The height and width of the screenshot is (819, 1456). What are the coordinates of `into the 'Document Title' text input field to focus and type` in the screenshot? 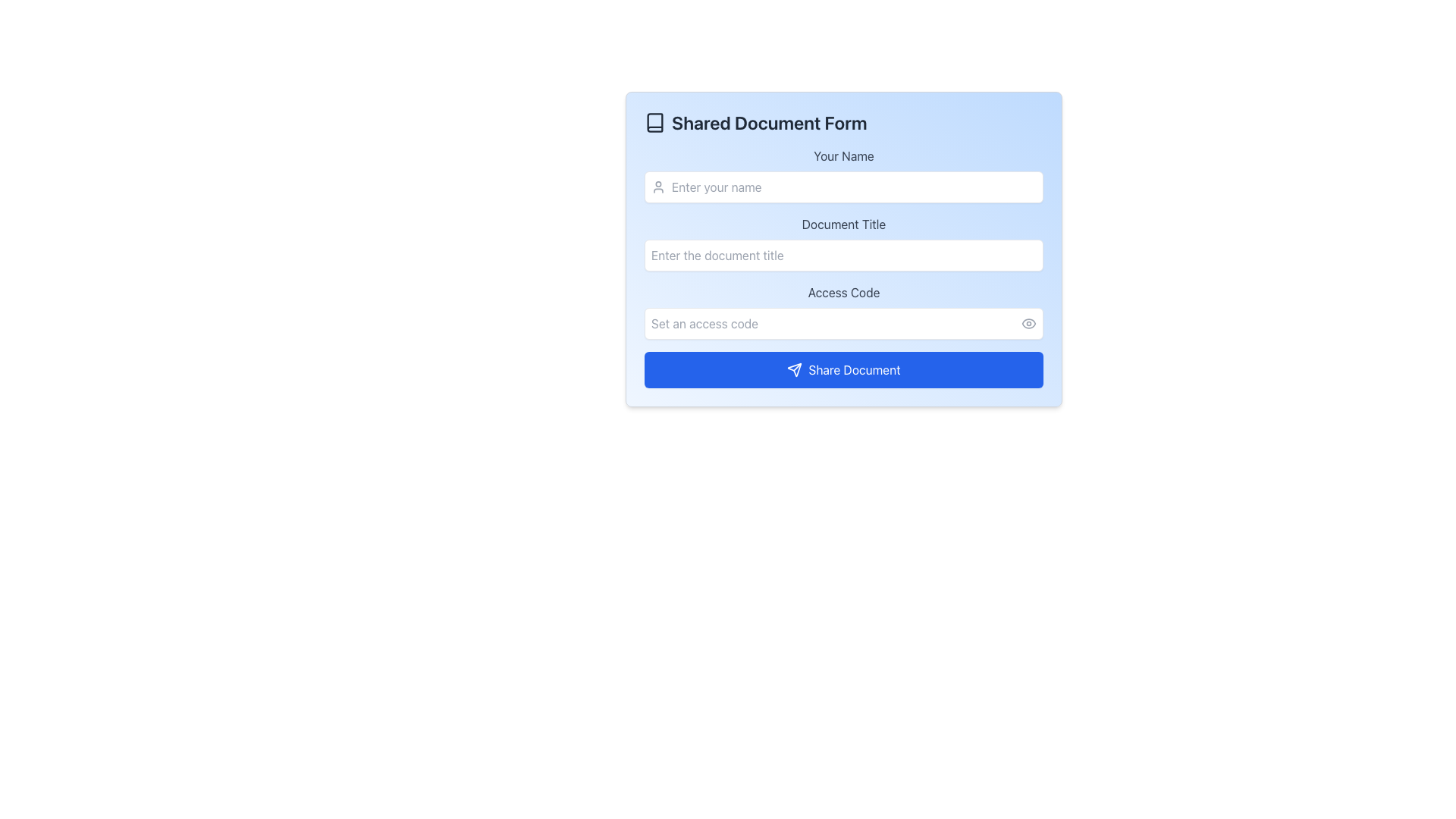 It's located at (843, 242).